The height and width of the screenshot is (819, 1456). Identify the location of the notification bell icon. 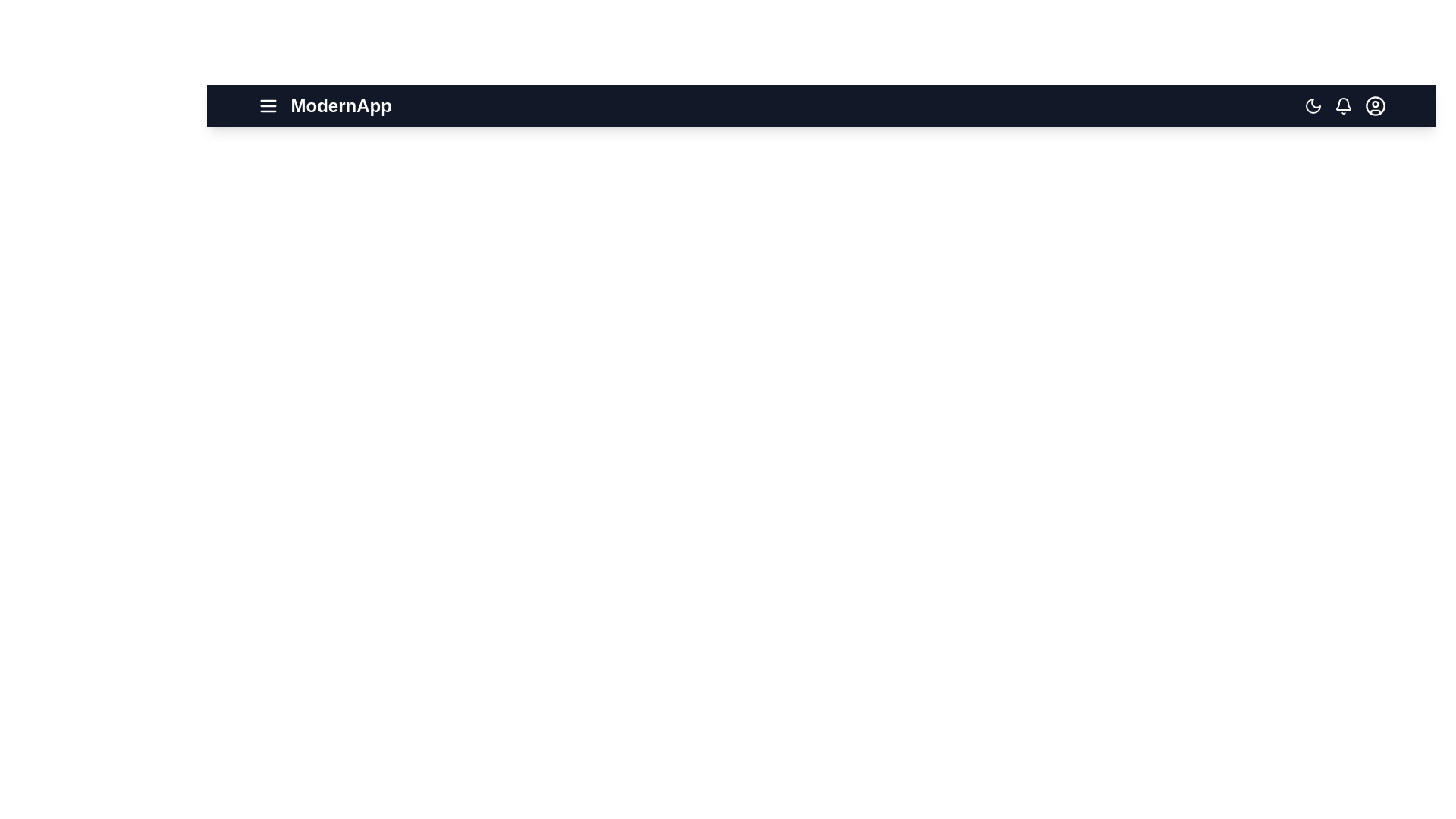
(1343, 105).